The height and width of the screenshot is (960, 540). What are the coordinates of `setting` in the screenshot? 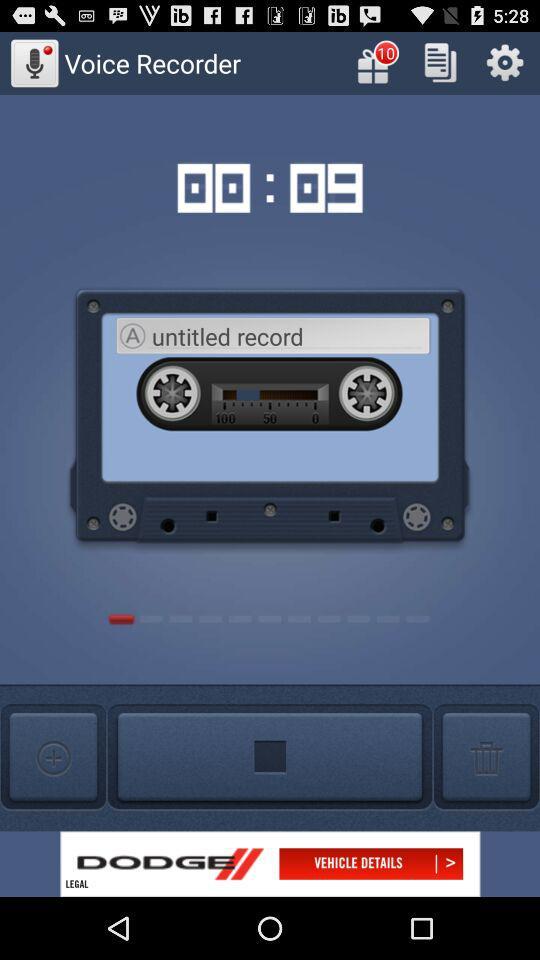 It's located at (504, 62).